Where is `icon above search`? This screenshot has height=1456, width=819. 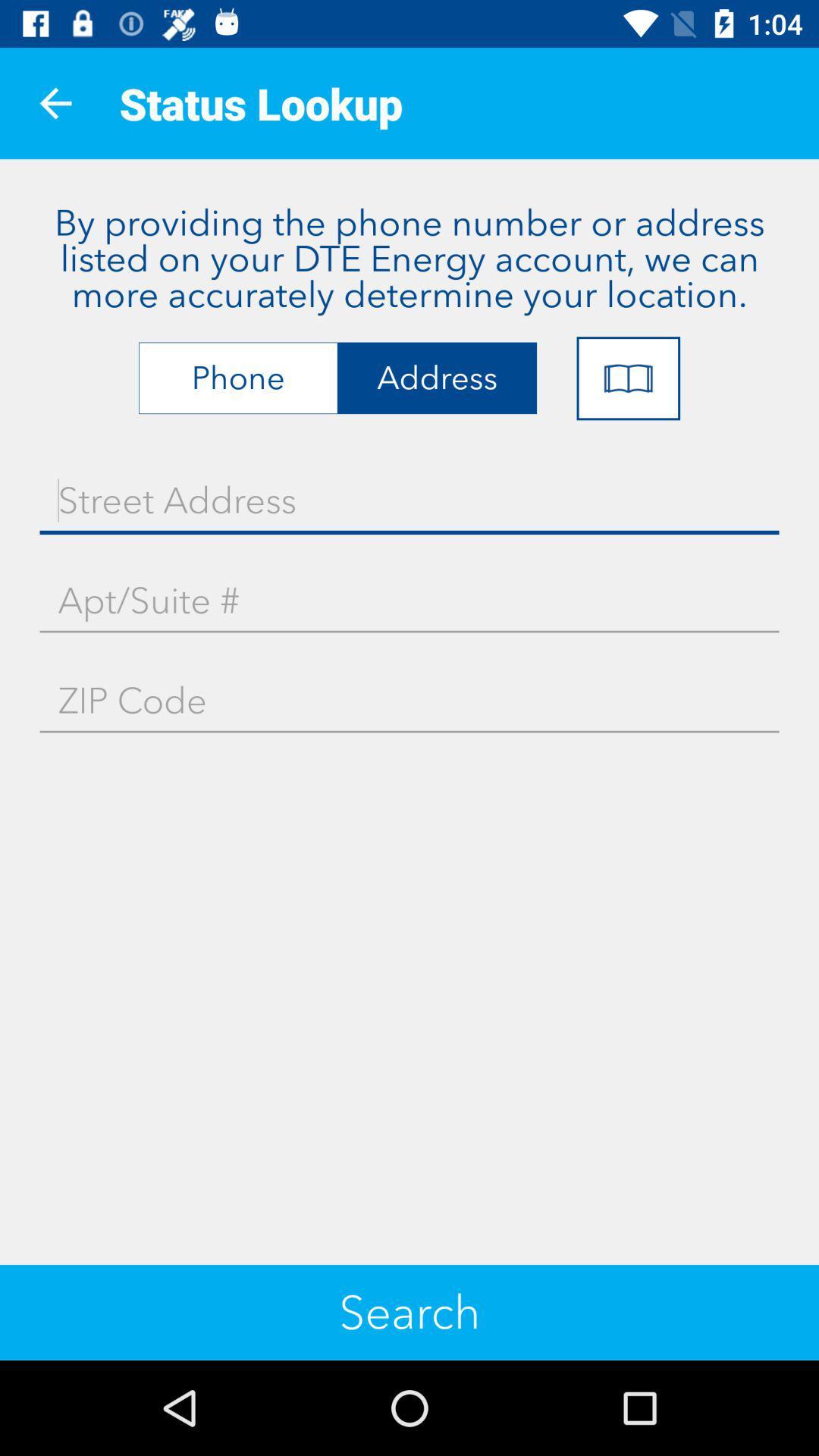 icon above search is located at coordinates (409, 700).